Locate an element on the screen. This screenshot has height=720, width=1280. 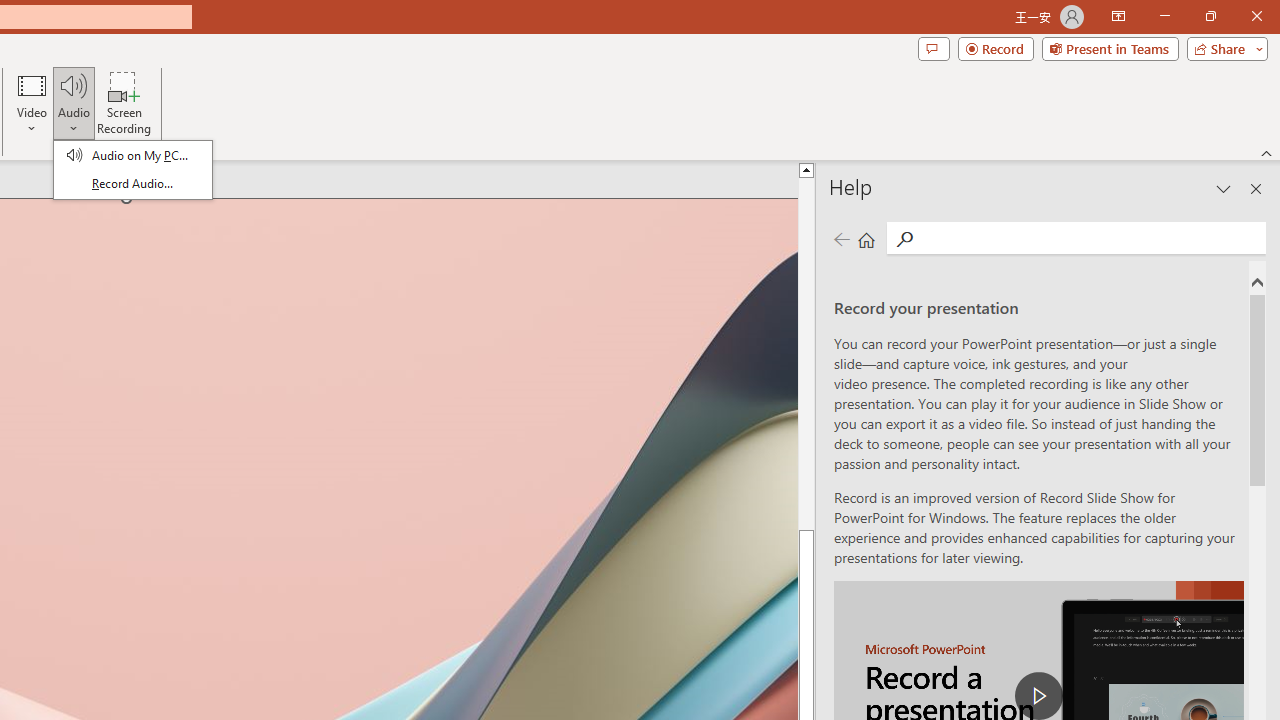
'play Record a Presentation' is located at coordinates (1038, 694).